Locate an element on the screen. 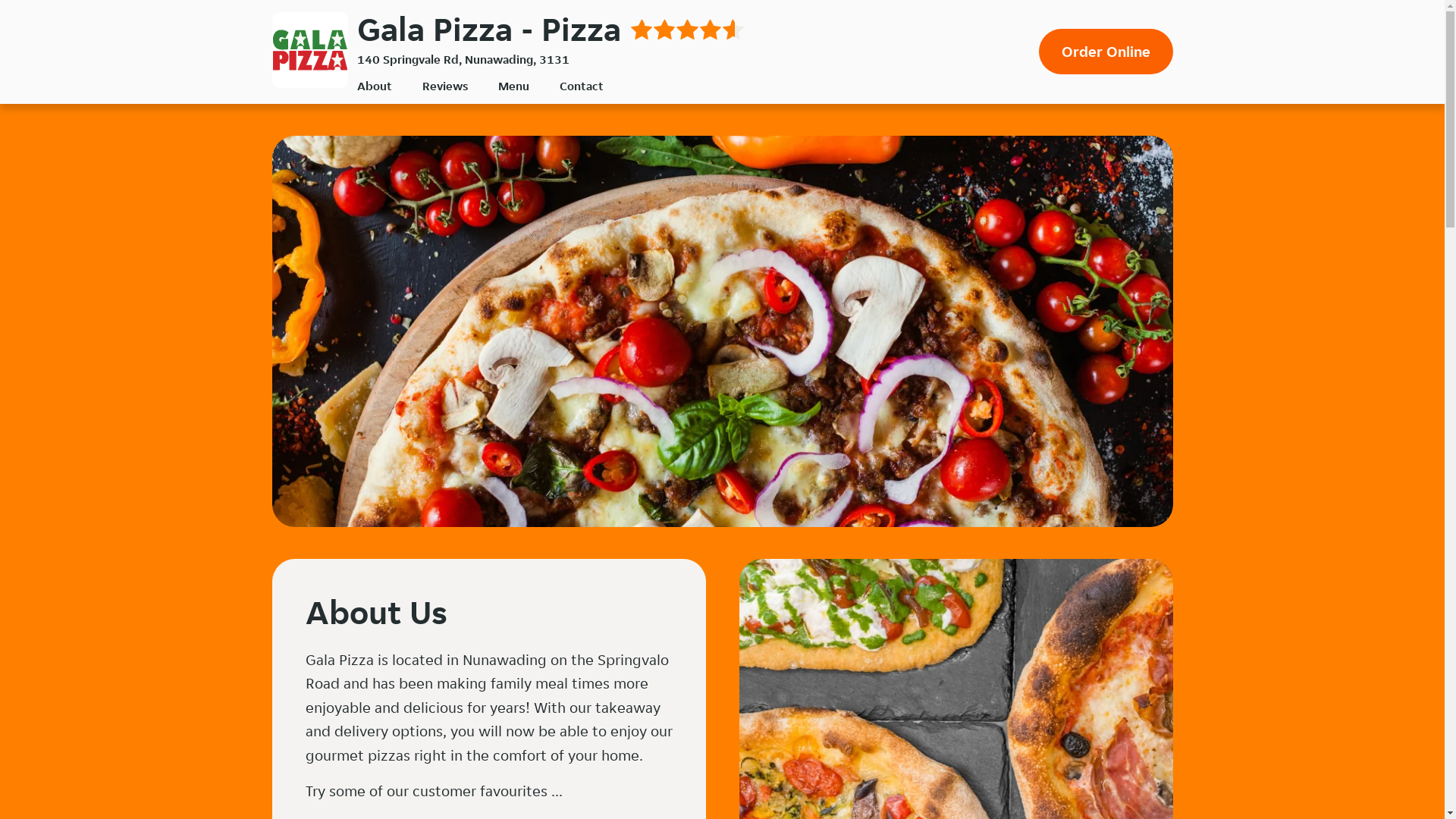 The image size is (1456, 819). 'Gala Pizza' is located at coordinates (309, 49).